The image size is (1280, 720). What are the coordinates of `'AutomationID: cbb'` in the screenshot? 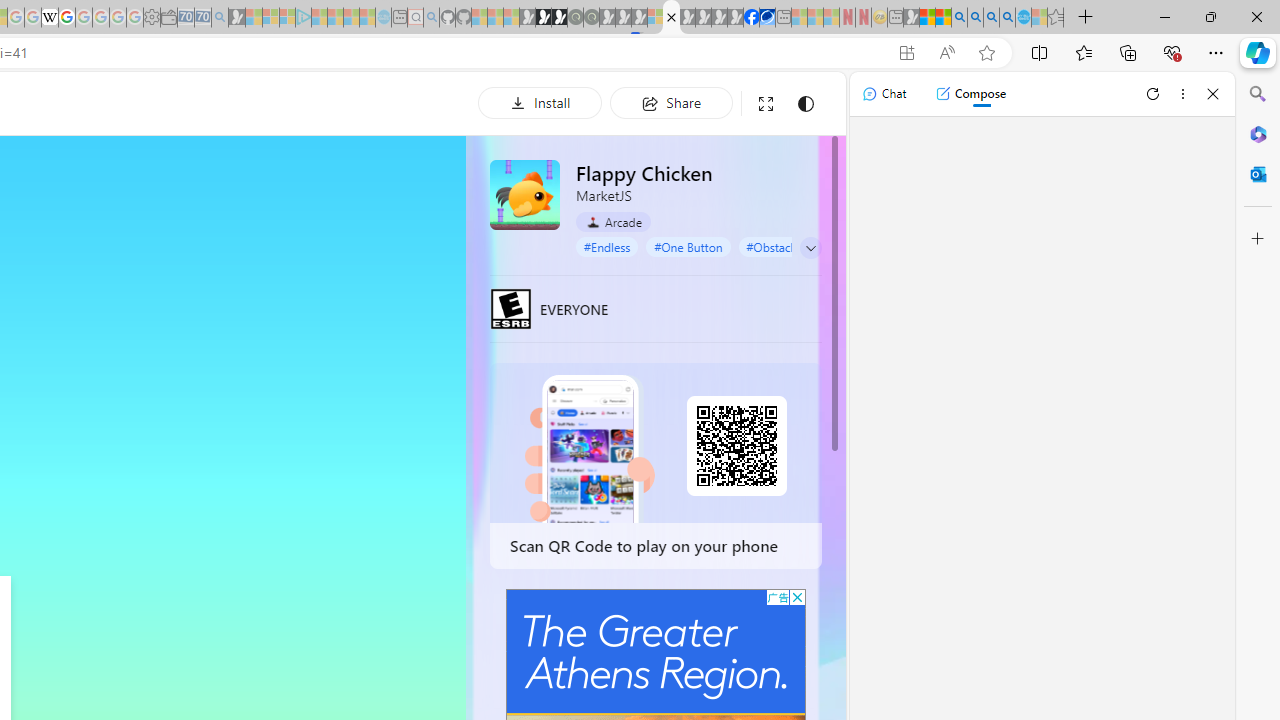 It's located at (796, 596).